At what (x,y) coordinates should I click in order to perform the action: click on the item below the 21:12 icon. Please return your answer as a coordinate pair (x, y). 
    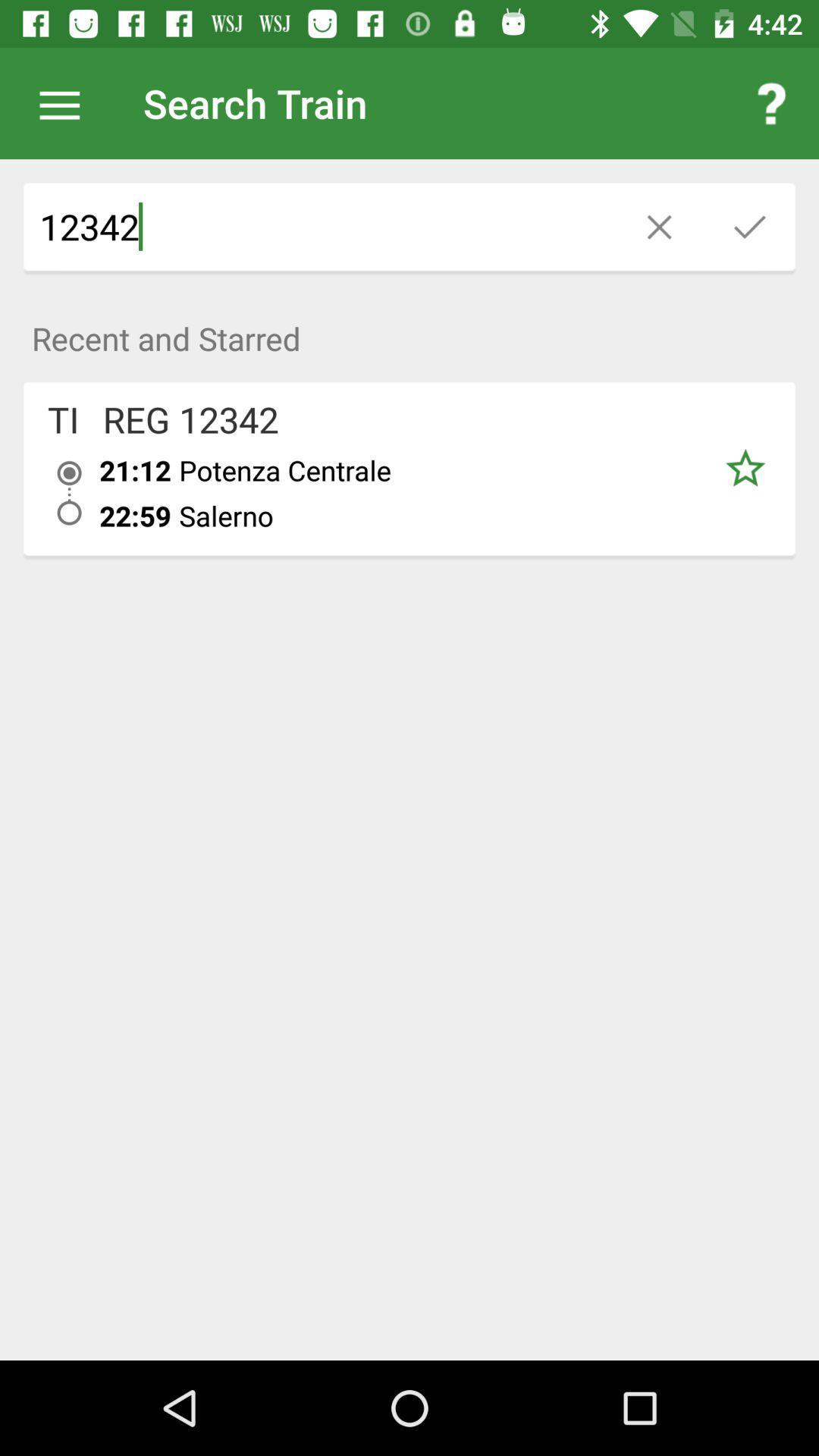
    Looking at the image, I should click on (134, 516).